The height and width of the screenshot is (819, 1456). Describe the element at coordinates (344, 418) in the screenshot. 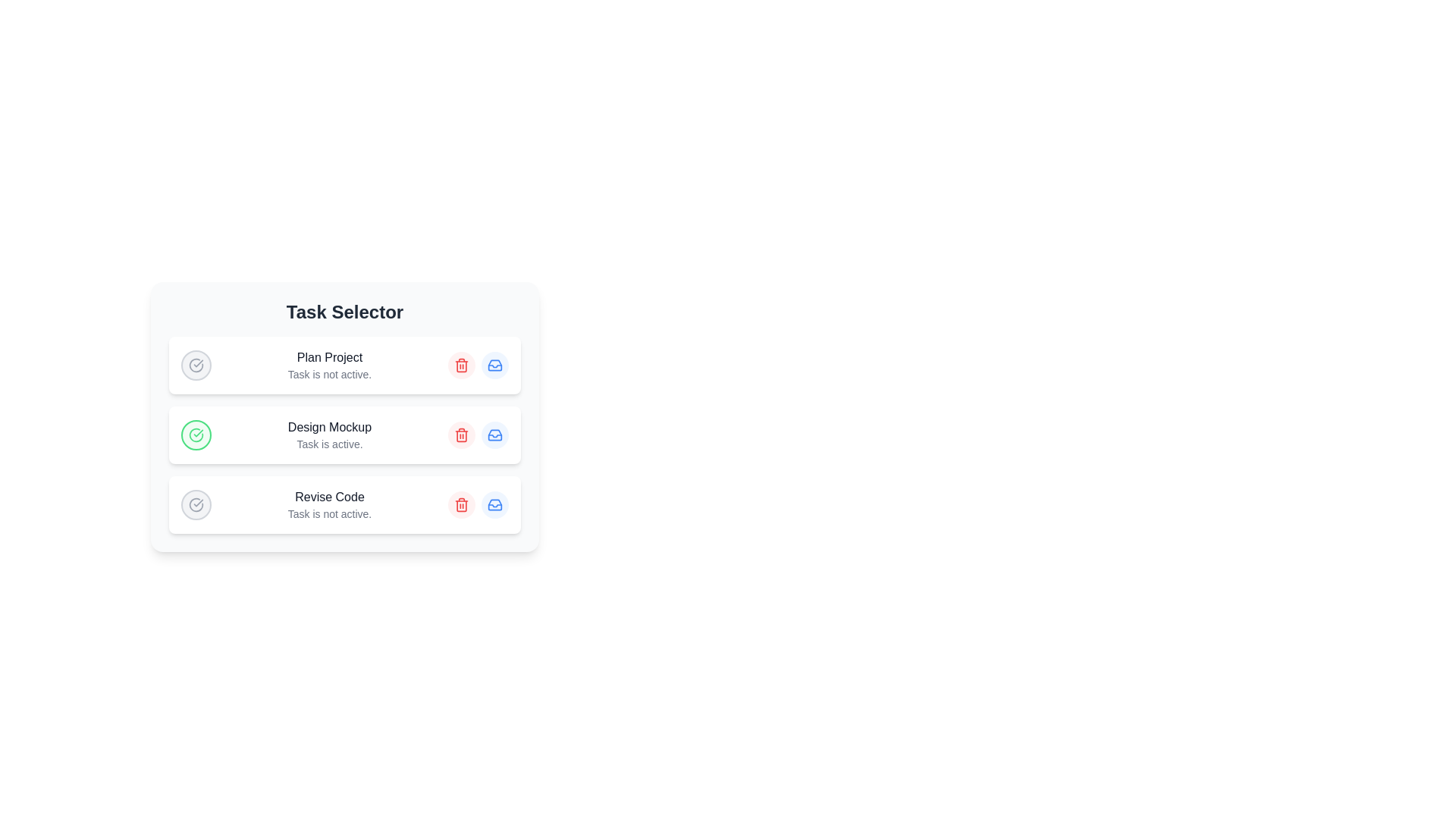

I see `the green check icon of the second interactive task card in the 'Task Selector' section to confirm the activity status` at that location.